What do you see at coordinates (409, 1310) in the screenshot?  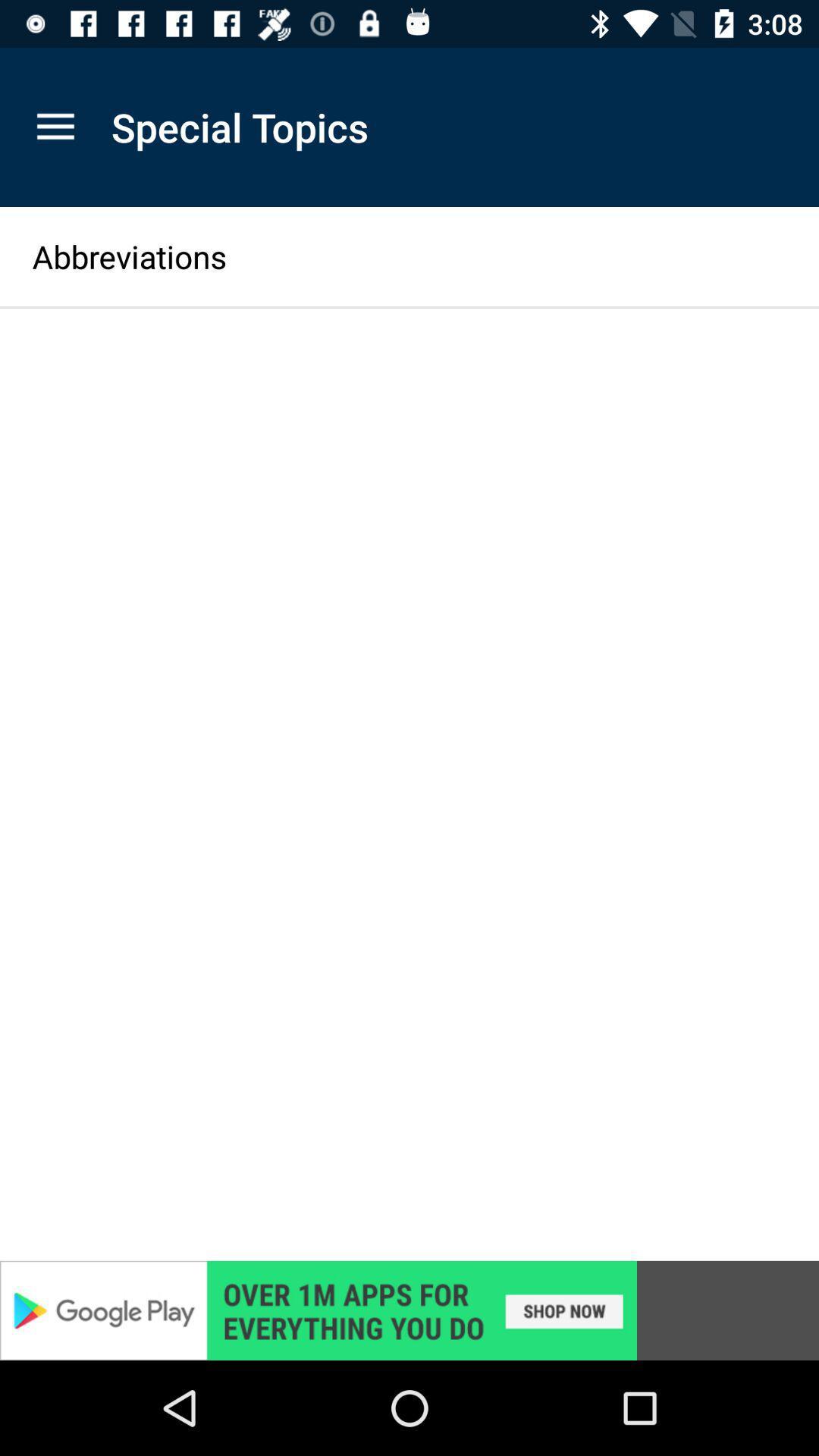 I see `advertisement area` at bounding box center [409, 1310].